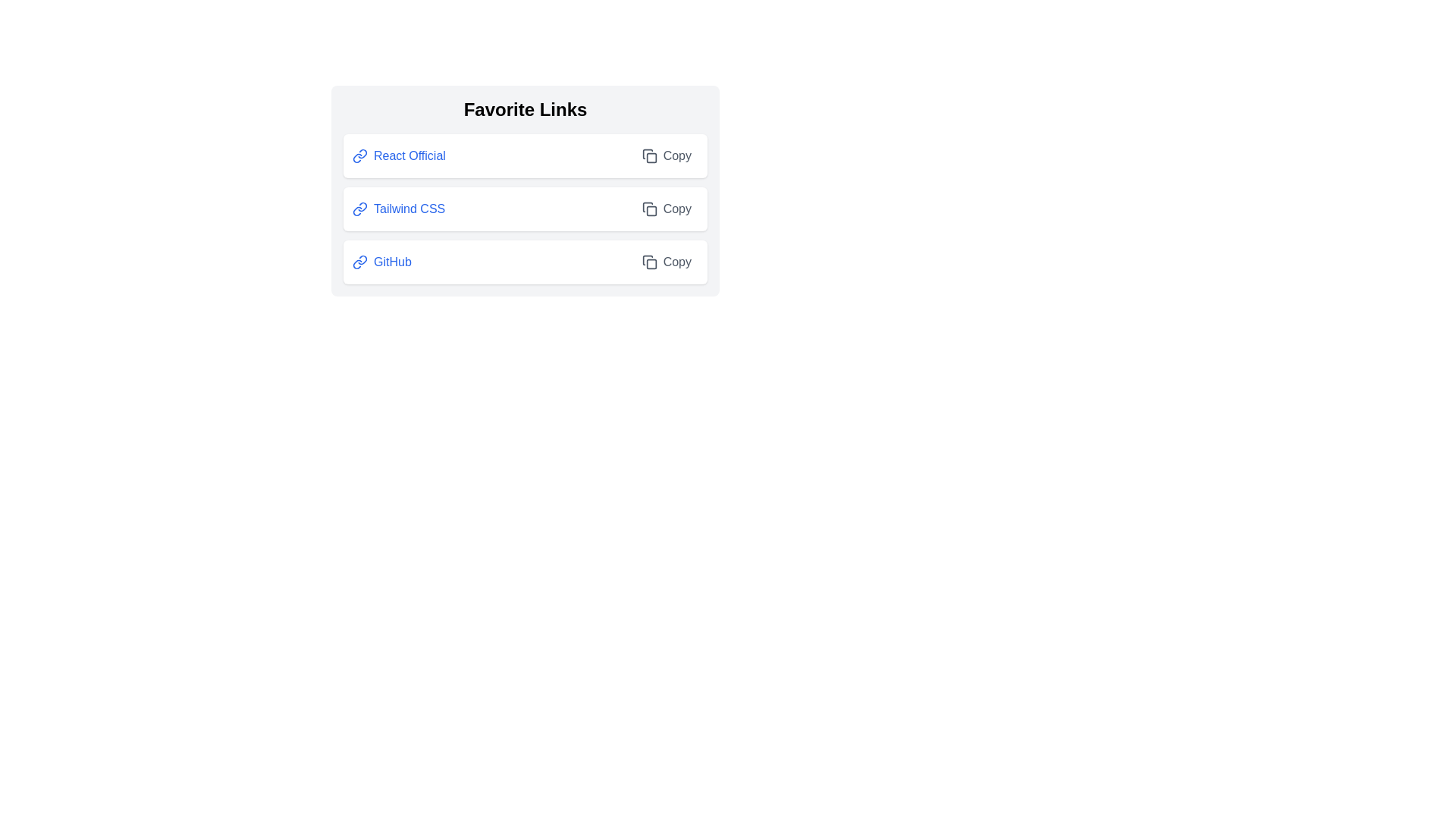 This screenshot has height=819, width=1456. Describe the element at coordinates (399, 209) in the screenshot. I see `the hyperlink in the 'Favorite Links' card that navigates to the Tailwind CSS website, located between the 'React Official' link and the 'GitHub' link` at that location.